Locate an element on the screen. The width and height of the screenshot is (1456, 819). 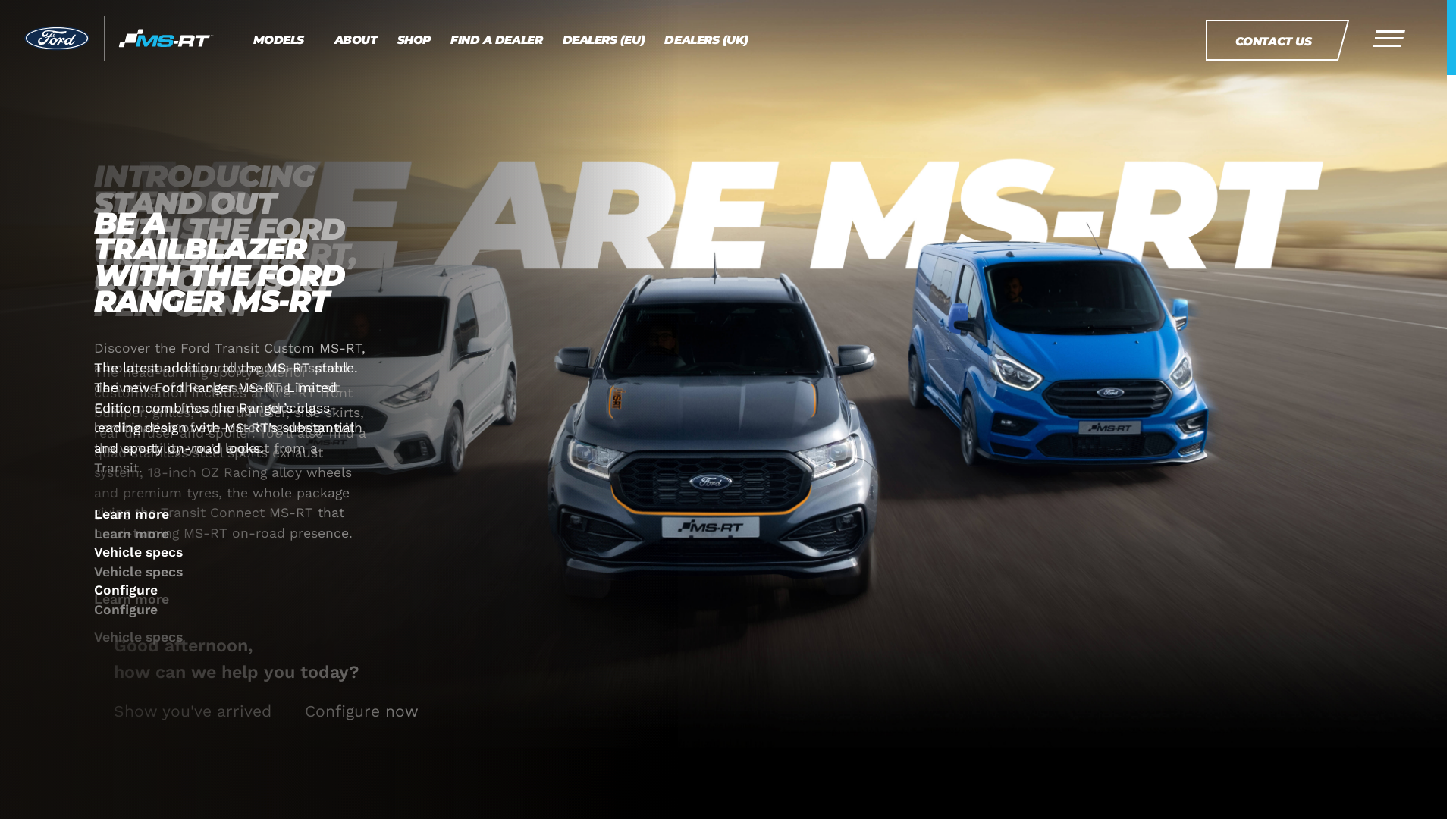
'ABOUT' is located at coordinates (351, 39).